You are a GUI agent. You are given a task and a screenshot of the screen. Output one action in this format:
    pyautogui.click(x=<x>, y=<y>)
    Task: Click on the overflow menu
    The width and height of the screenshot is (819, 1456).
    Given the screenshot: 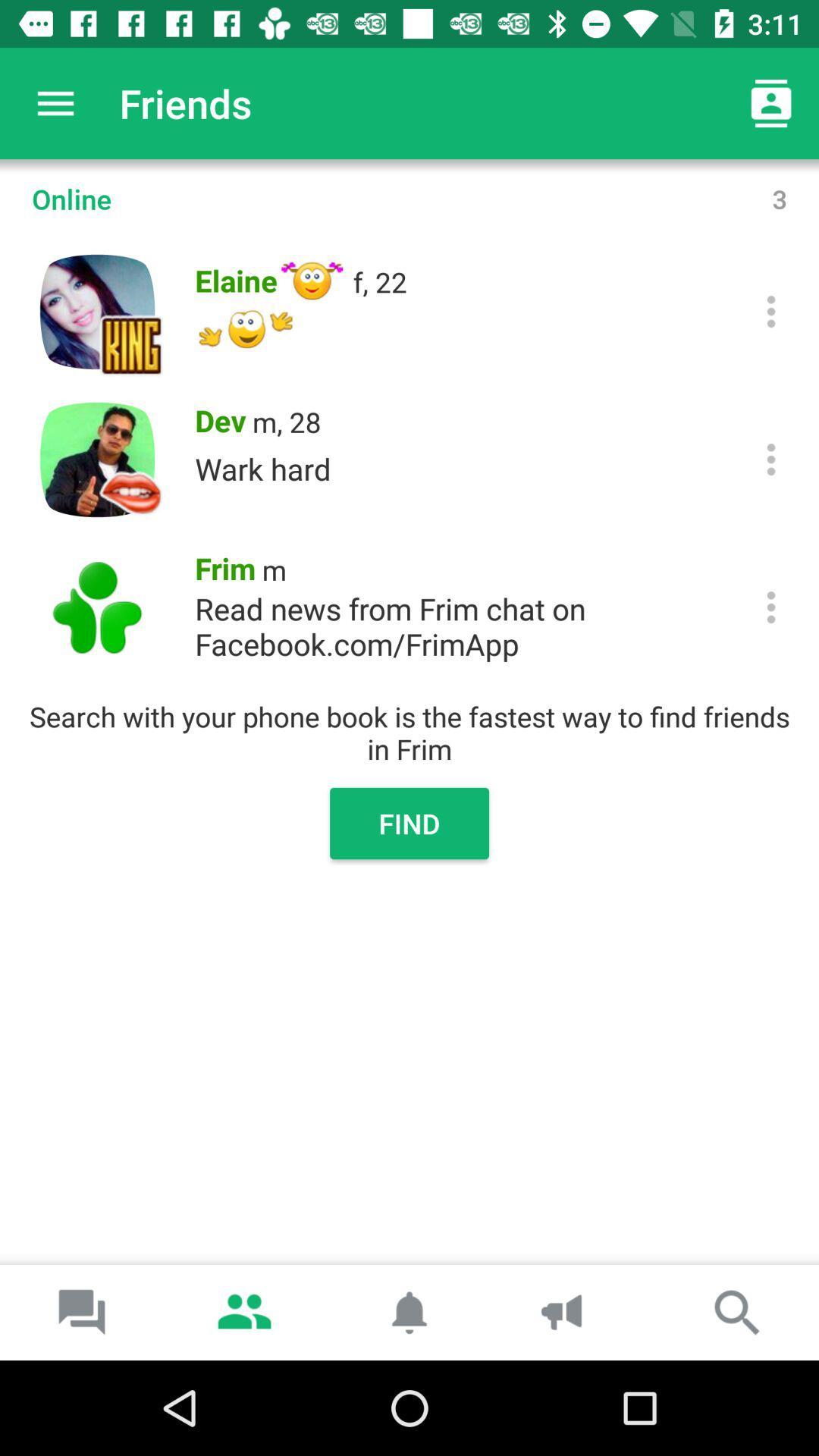 What is the action you would take?
    pyautogui.click(x=771, y=458)
    